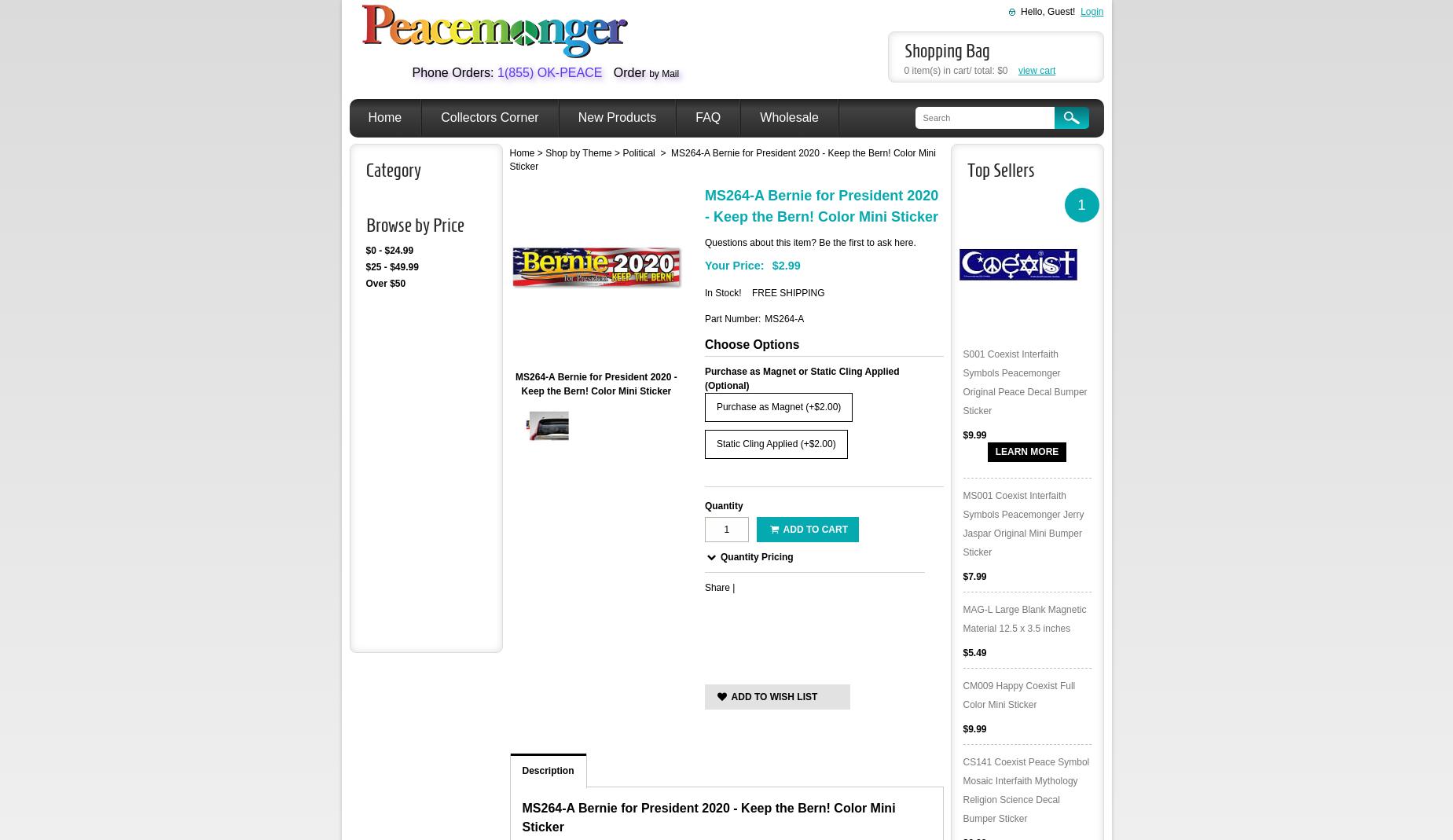 The width and height of the screenshot is (1453, 840). Describe the element at coordinates (391, 169) in the screenshot. I see `'Category'` at that location.